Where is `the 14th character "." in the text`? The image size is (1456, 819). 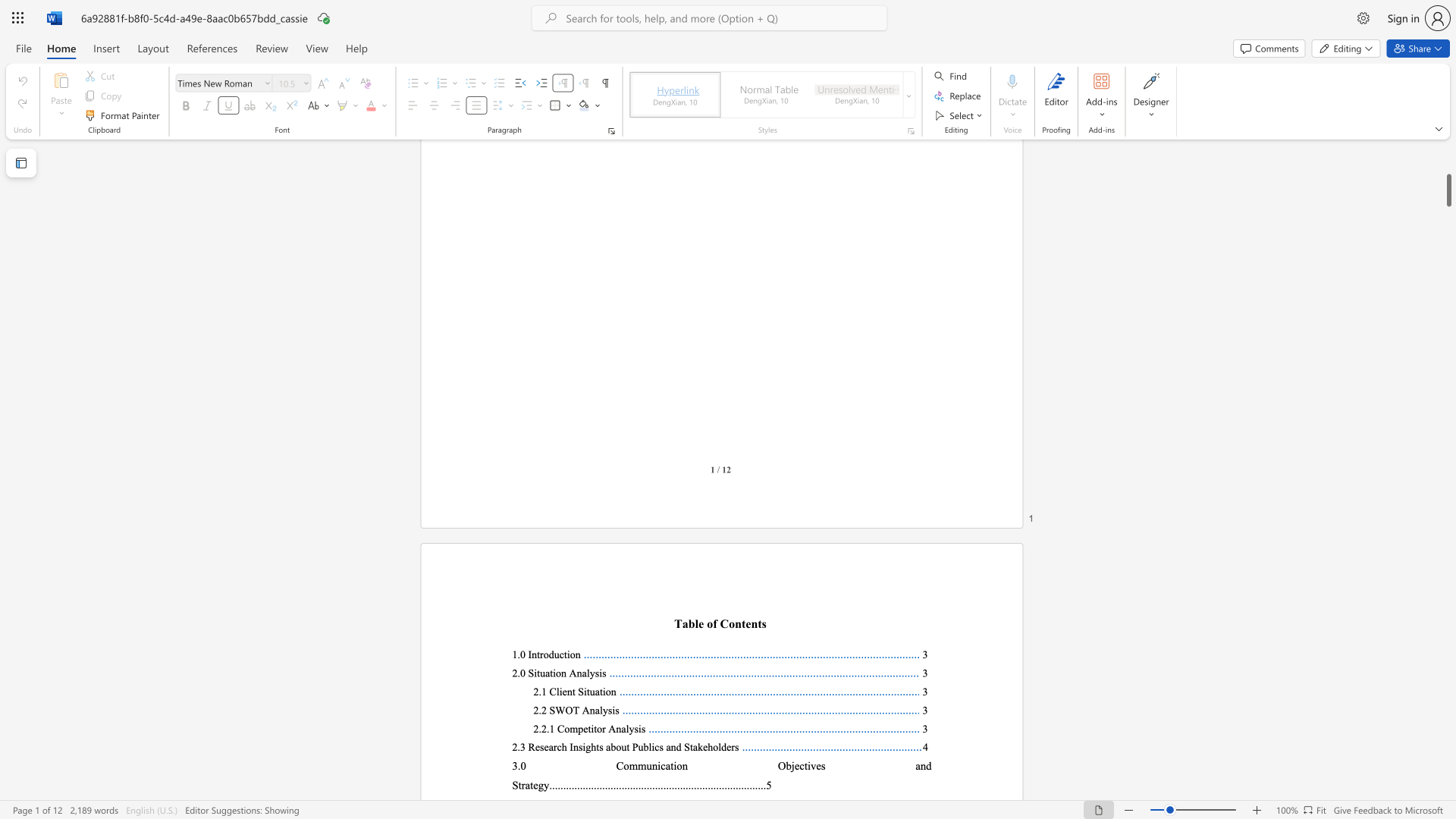
the 14th character "." in the text is located at coordinates (585, 785).